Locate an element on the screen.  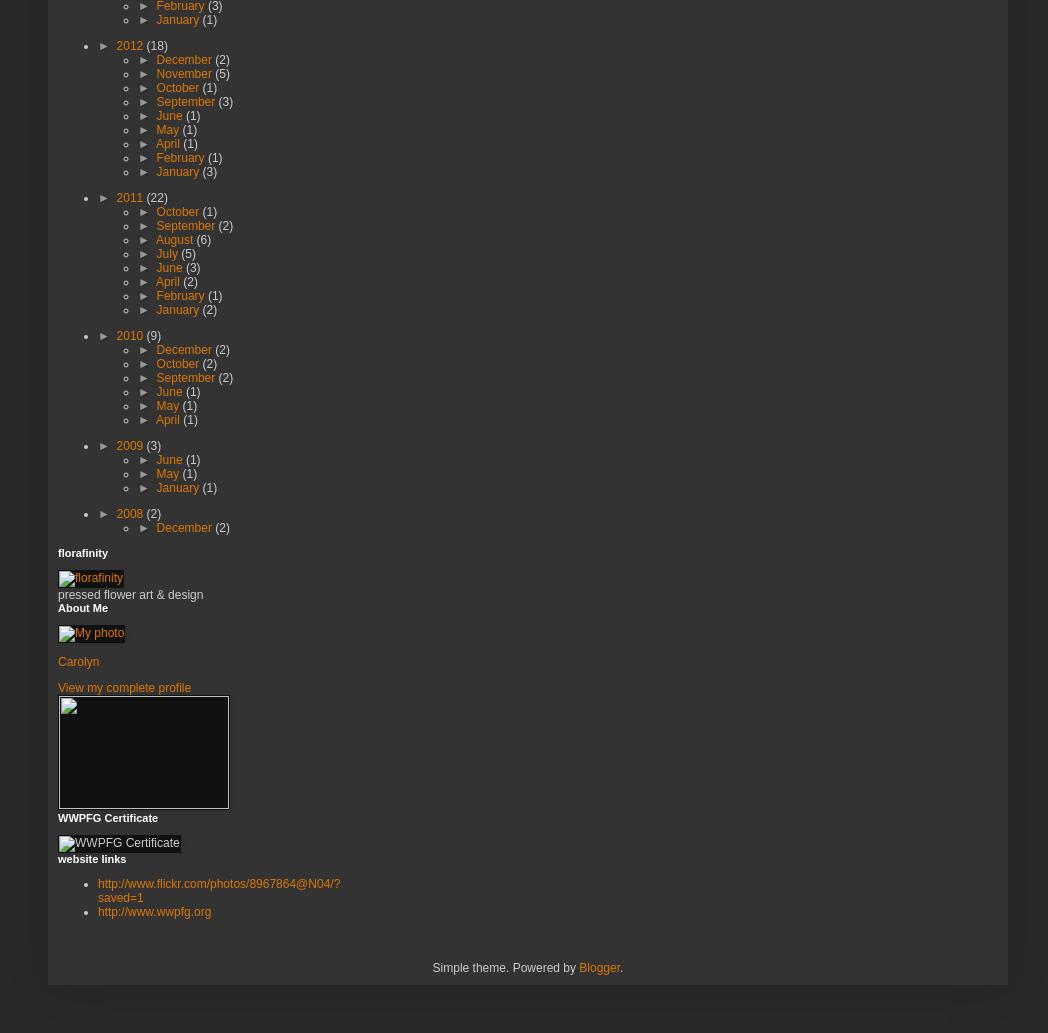
'Blogger' is located at coordinates (579, 965).